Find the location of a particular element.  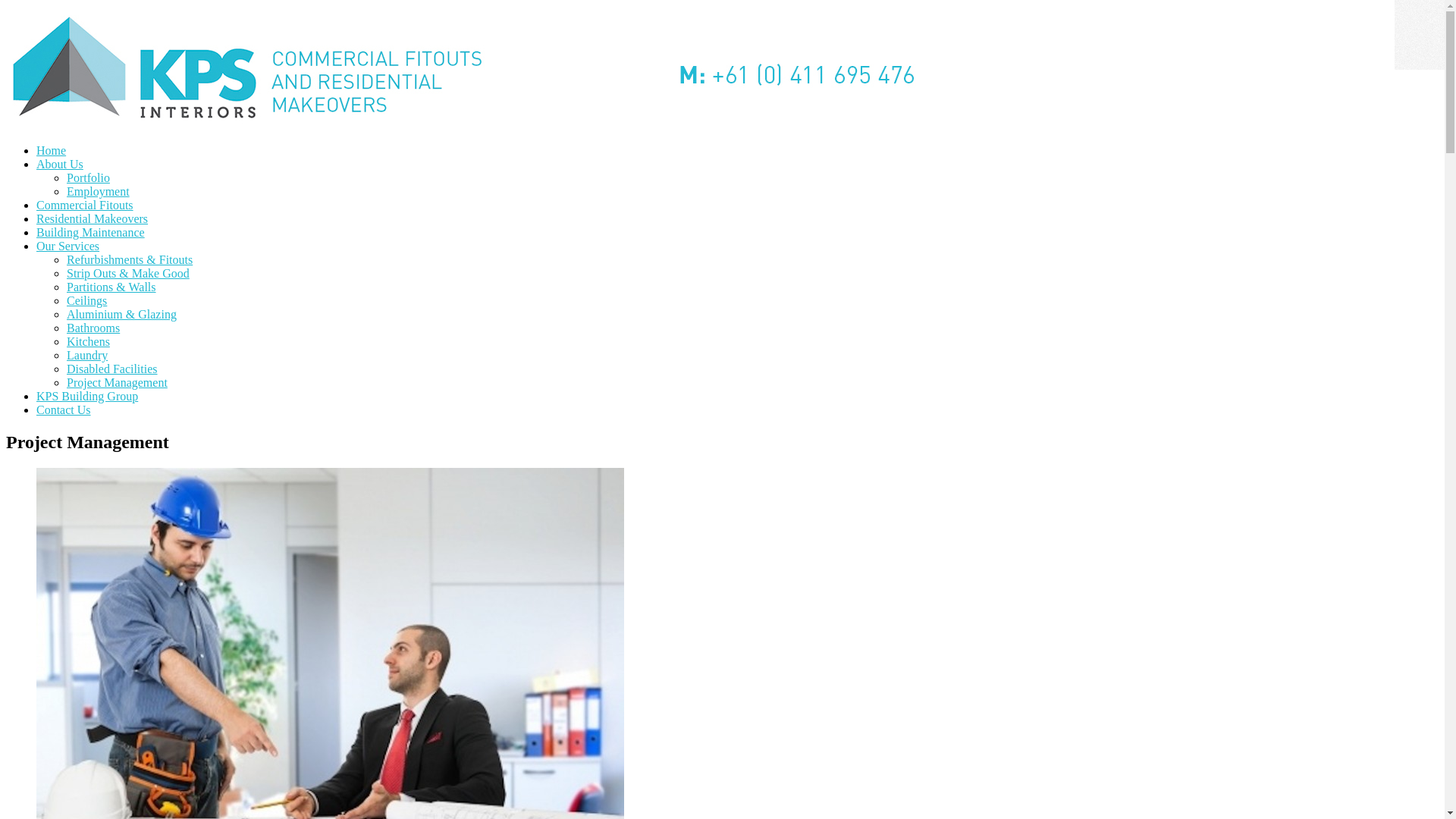

'Laundry' is located at coordinates (86, 355).